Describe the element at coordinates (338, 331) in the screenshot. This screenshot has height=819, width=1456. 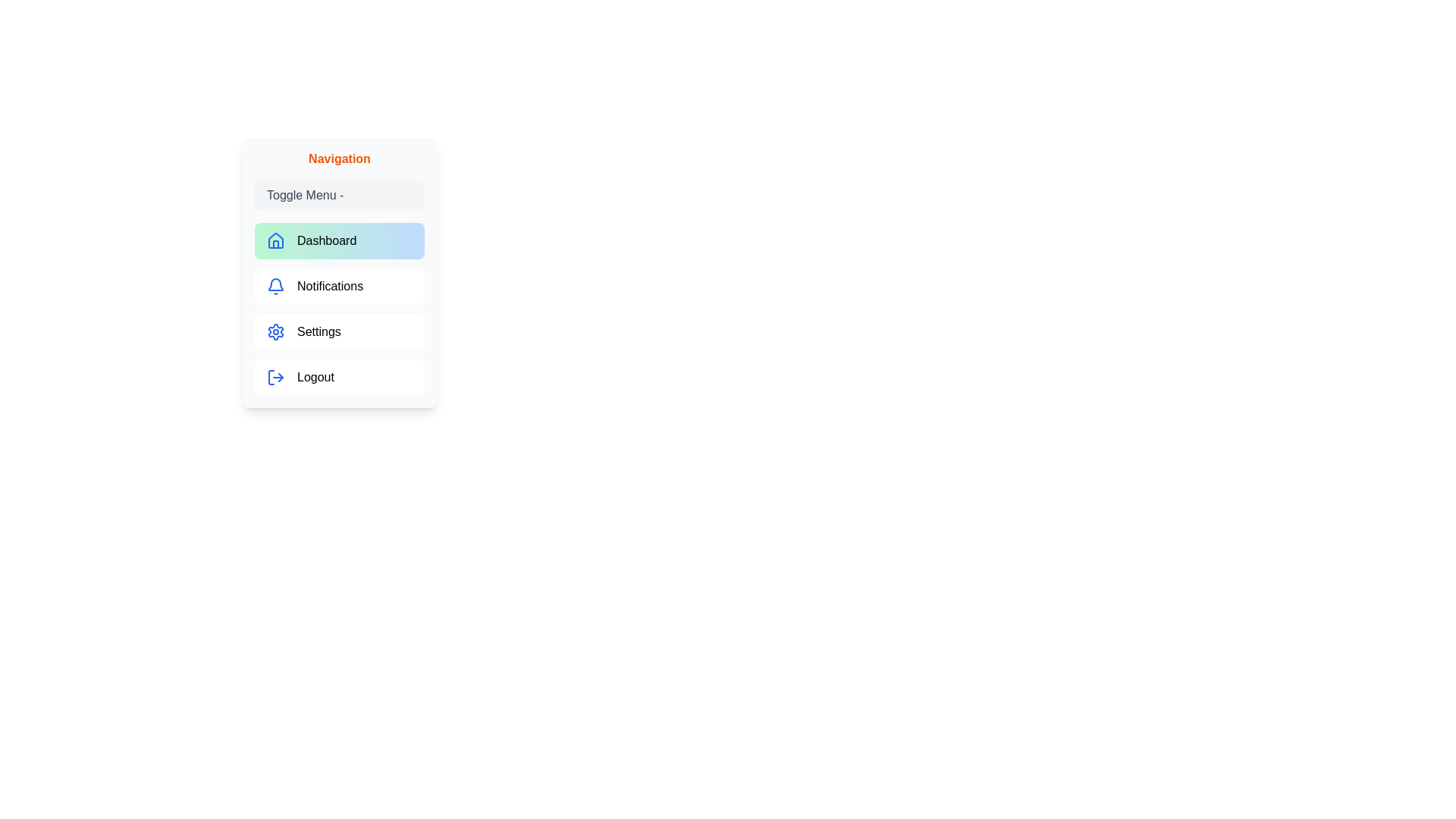
I see `the navigation item Settings from the menu` at that location.